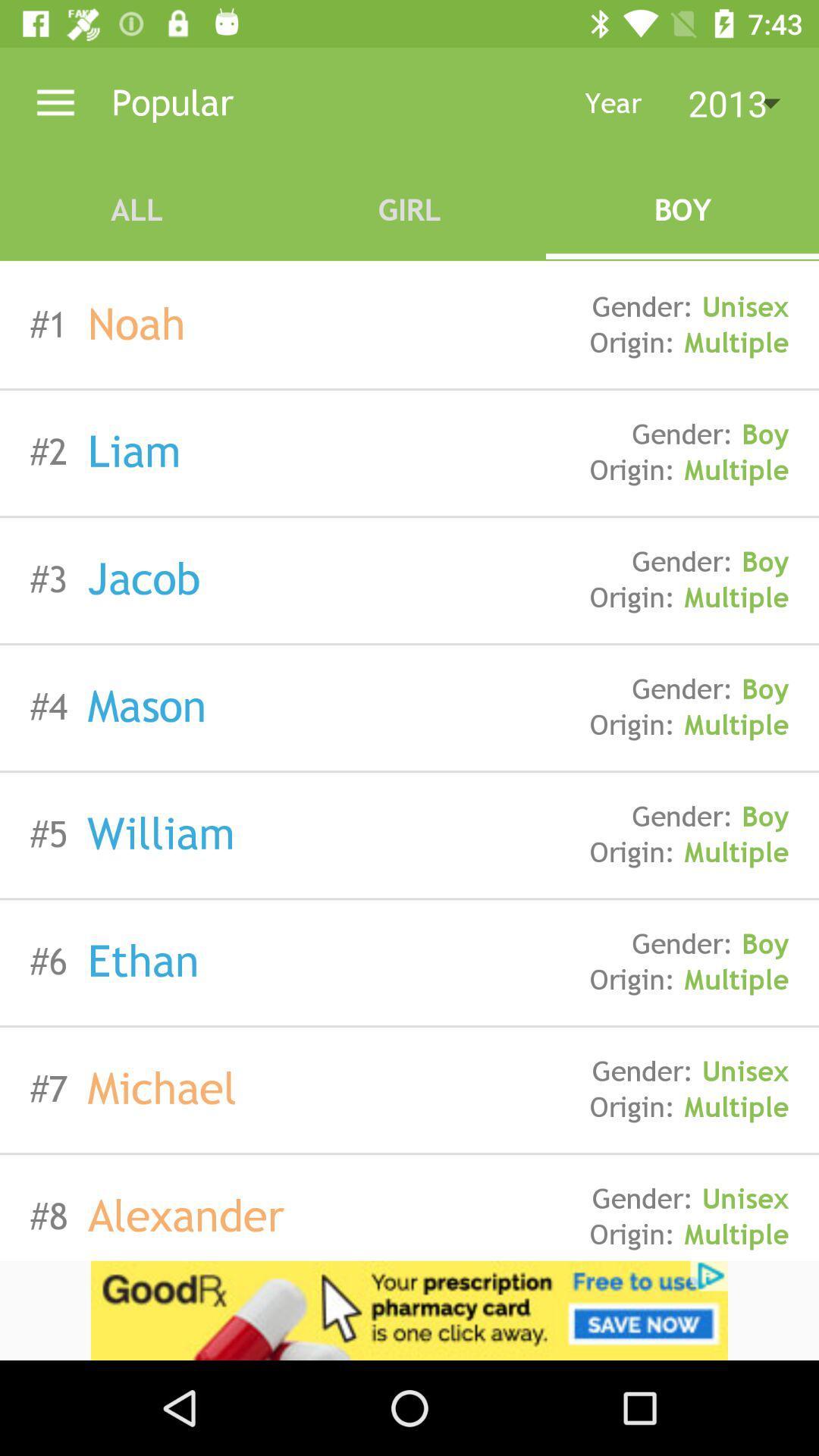  I want to click on click advertisement, so click(409, 1310).